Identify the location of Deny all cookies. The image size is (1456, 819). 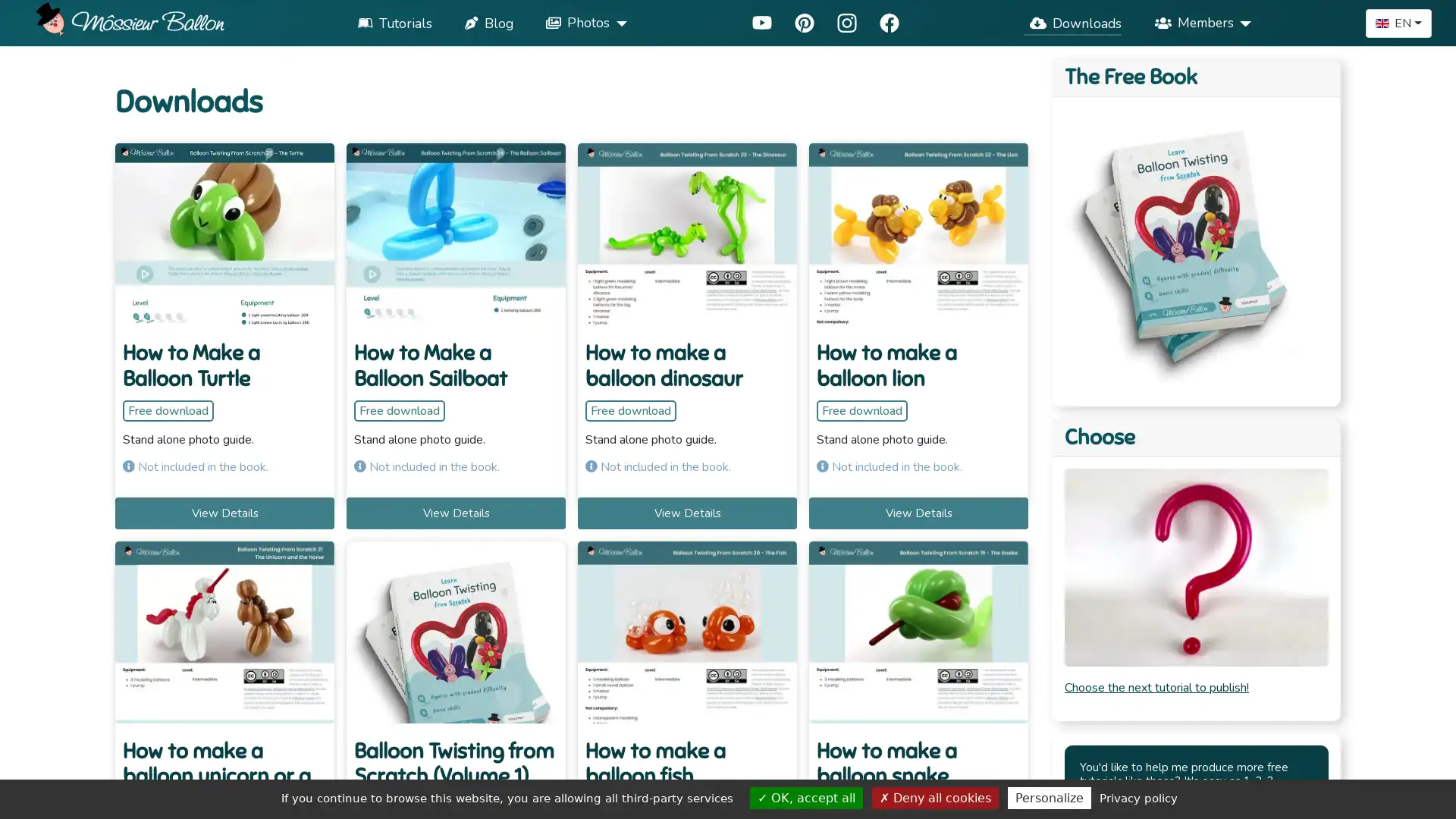
(934, 797).